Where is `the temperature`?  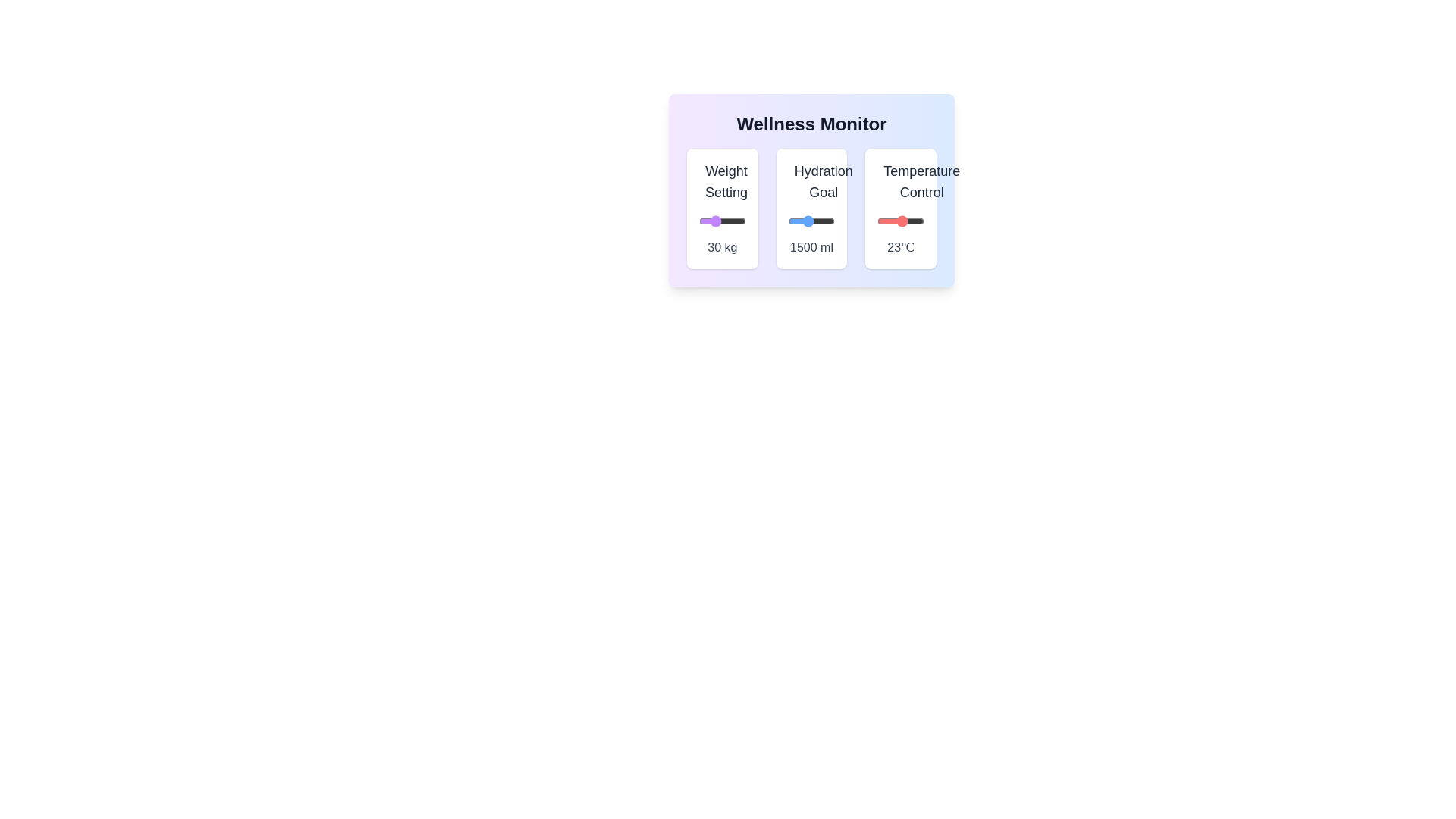 the temperature is located at coordinates (896, 221).